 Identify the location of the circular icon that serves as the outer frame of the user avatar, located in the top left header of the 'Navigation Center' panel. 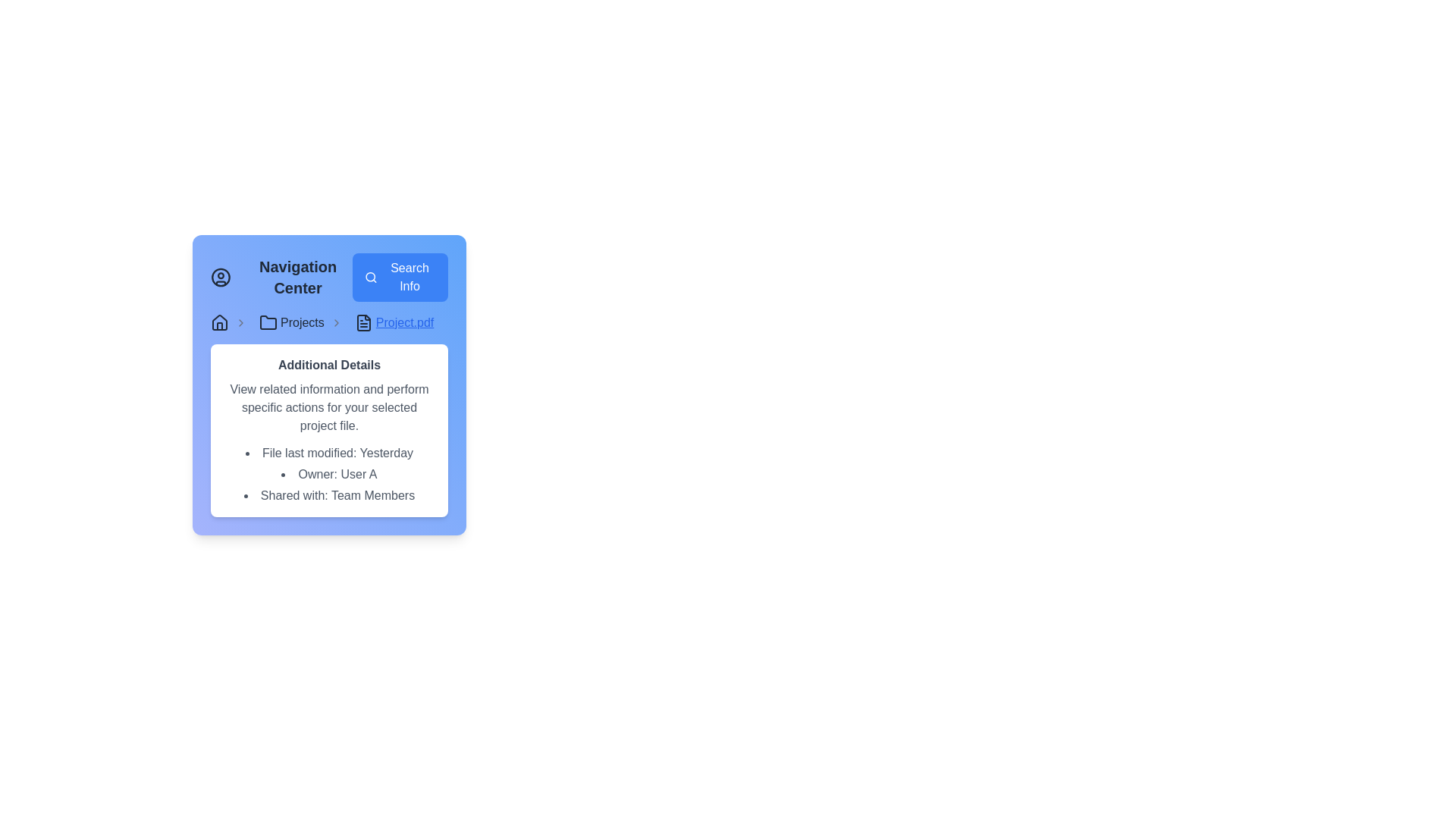
(220, 278).